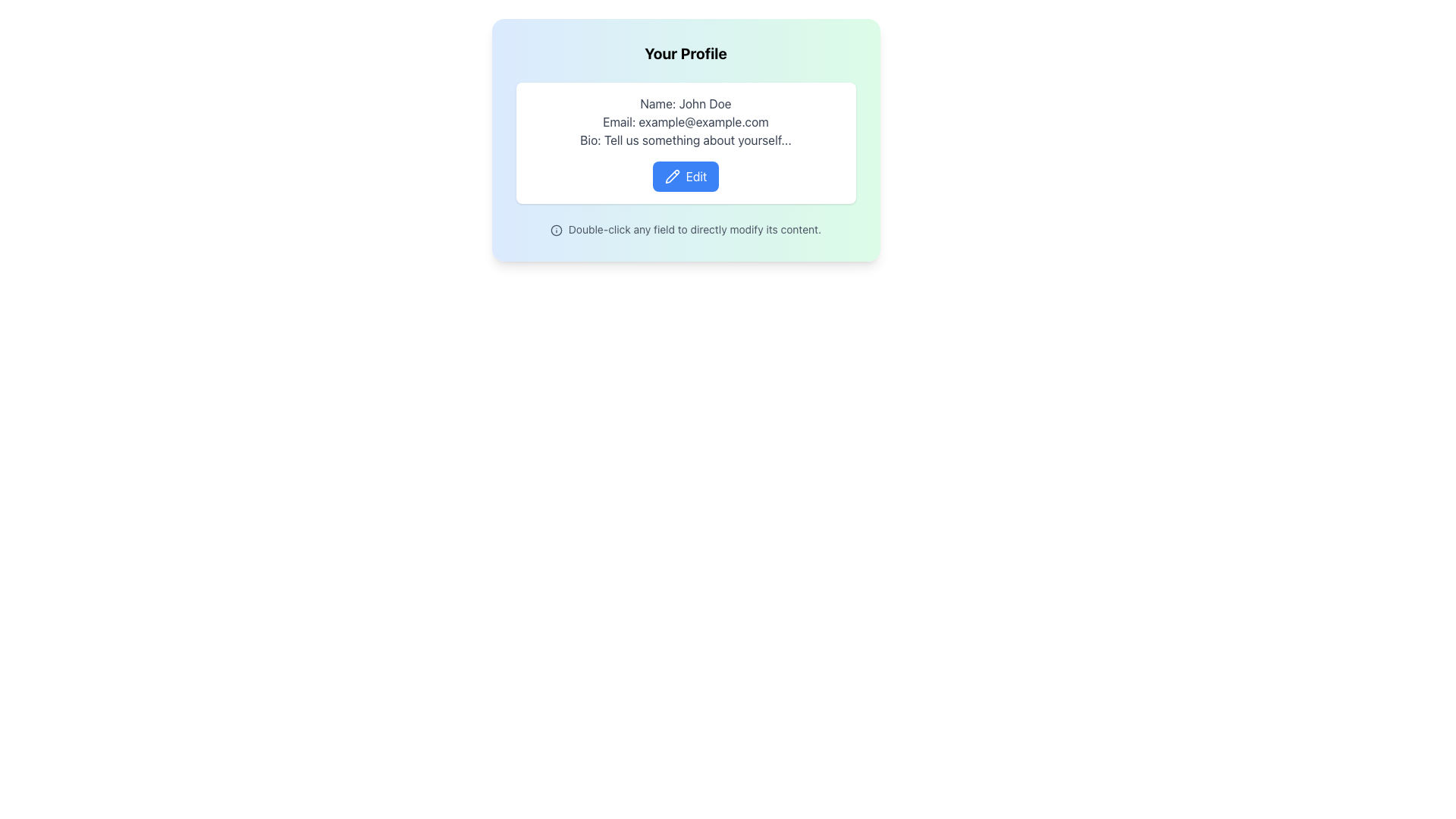  I want to click on the stylized pencil icon located inside the 'Edit' button to initiate the editing mode, so click(671, 175).